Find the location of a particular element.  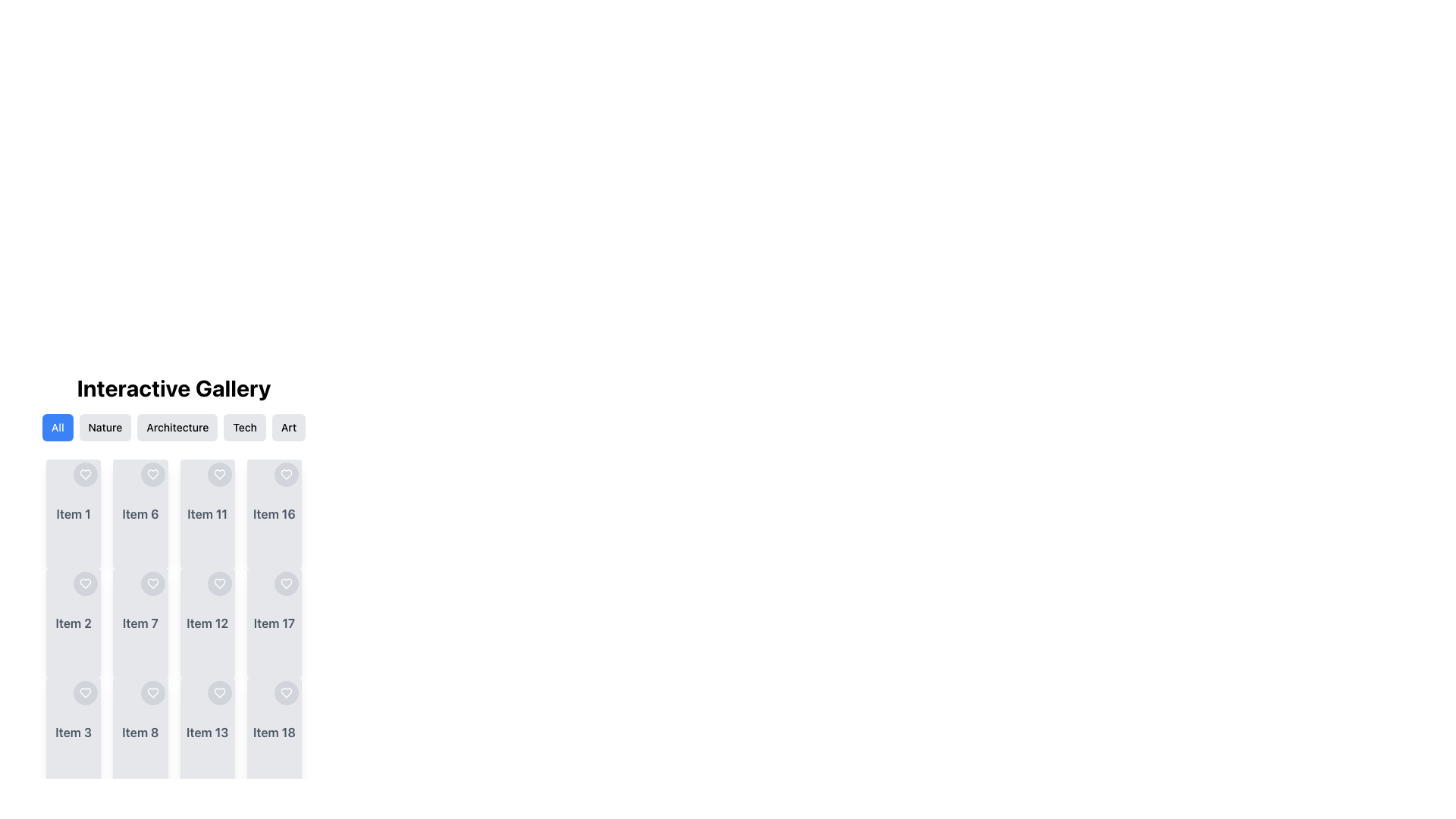

the state of the favorite icon located in the center of the card labeled 'Item 17', positioned in the fourth column and second row of the interactive gallery interface is located at coordinates (287, 583).